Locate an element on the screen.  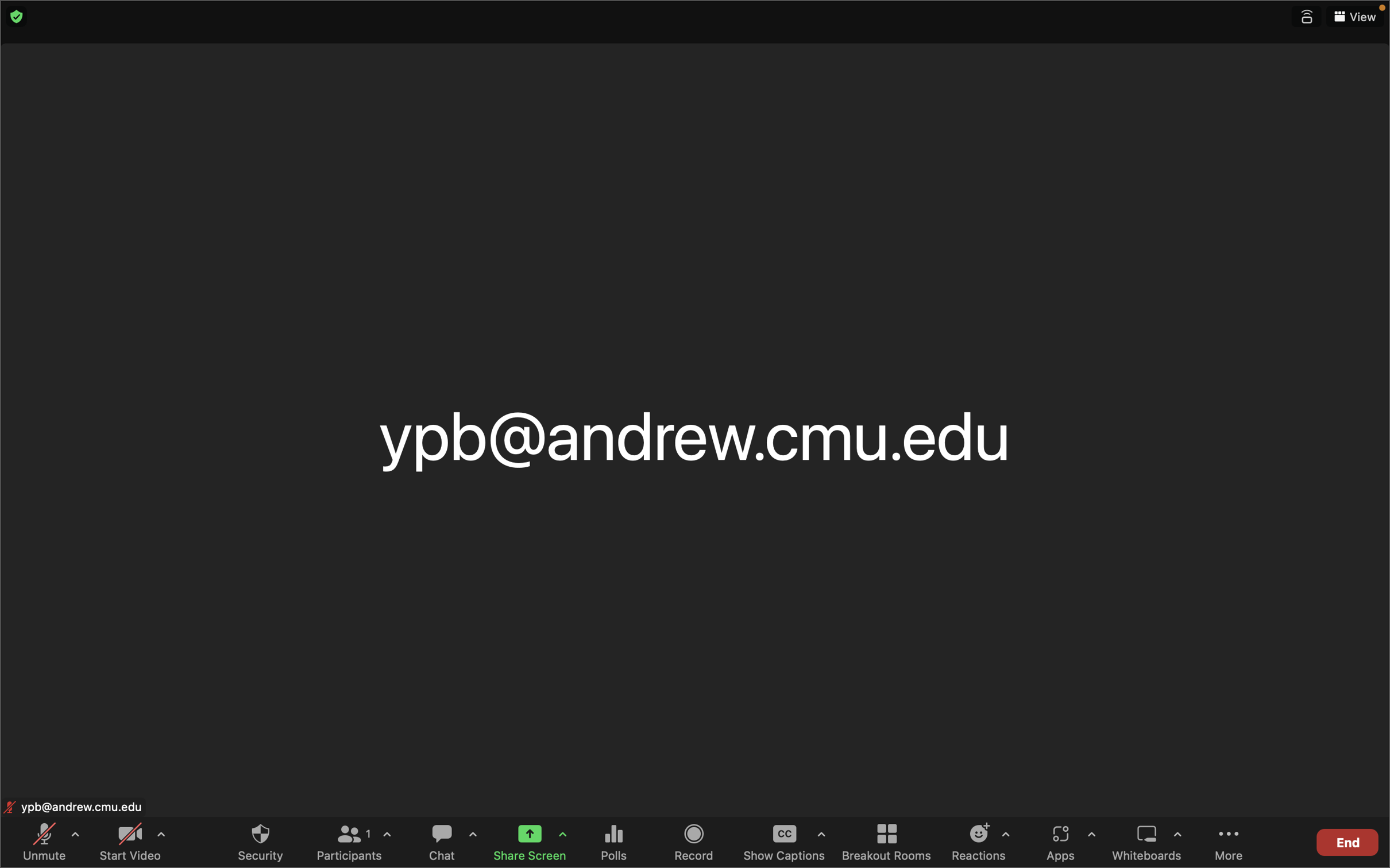
Turn the mute off for the audio is located at coordinates (46, 841).